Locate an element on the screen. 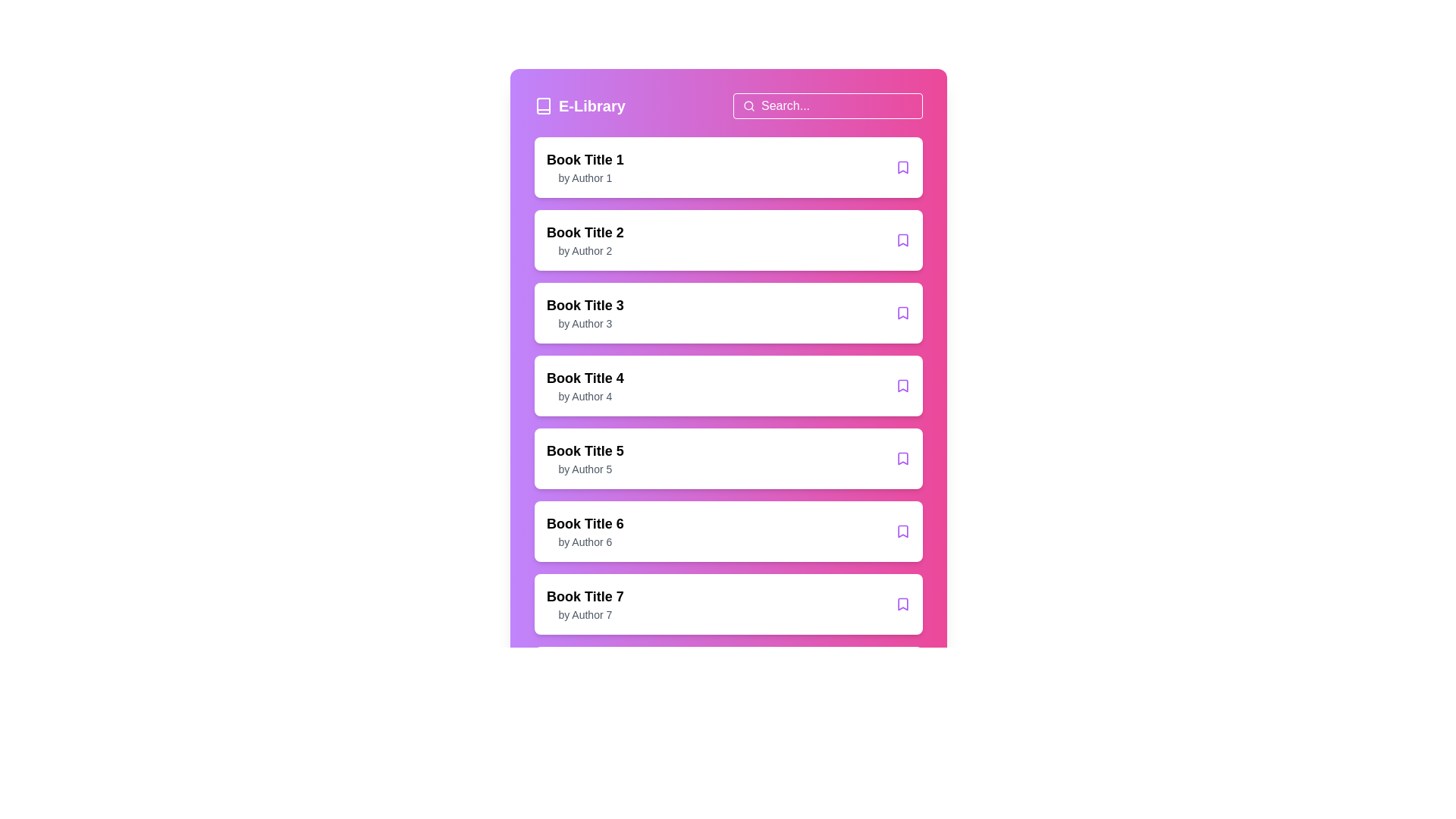  the bookmark icon with a purple outline located on the right side of the list item for 'Book Title 2 by Author 2' to interact and potentially bookmark the item is located at coordinates (902, 239).